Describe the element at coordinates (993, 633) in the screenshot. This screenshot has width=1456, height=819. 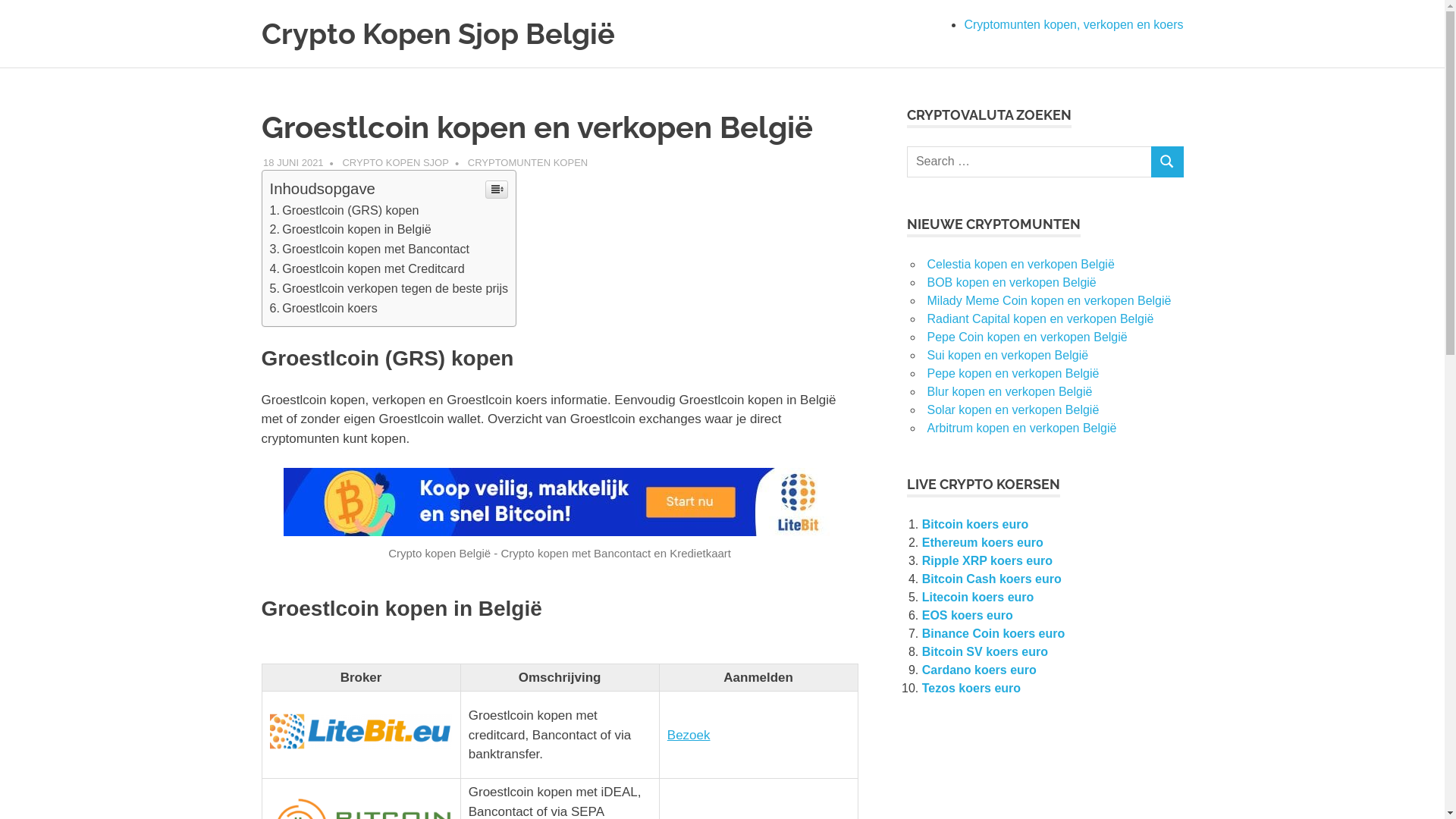
I see `'Binance Coin koers euro'` at that location.